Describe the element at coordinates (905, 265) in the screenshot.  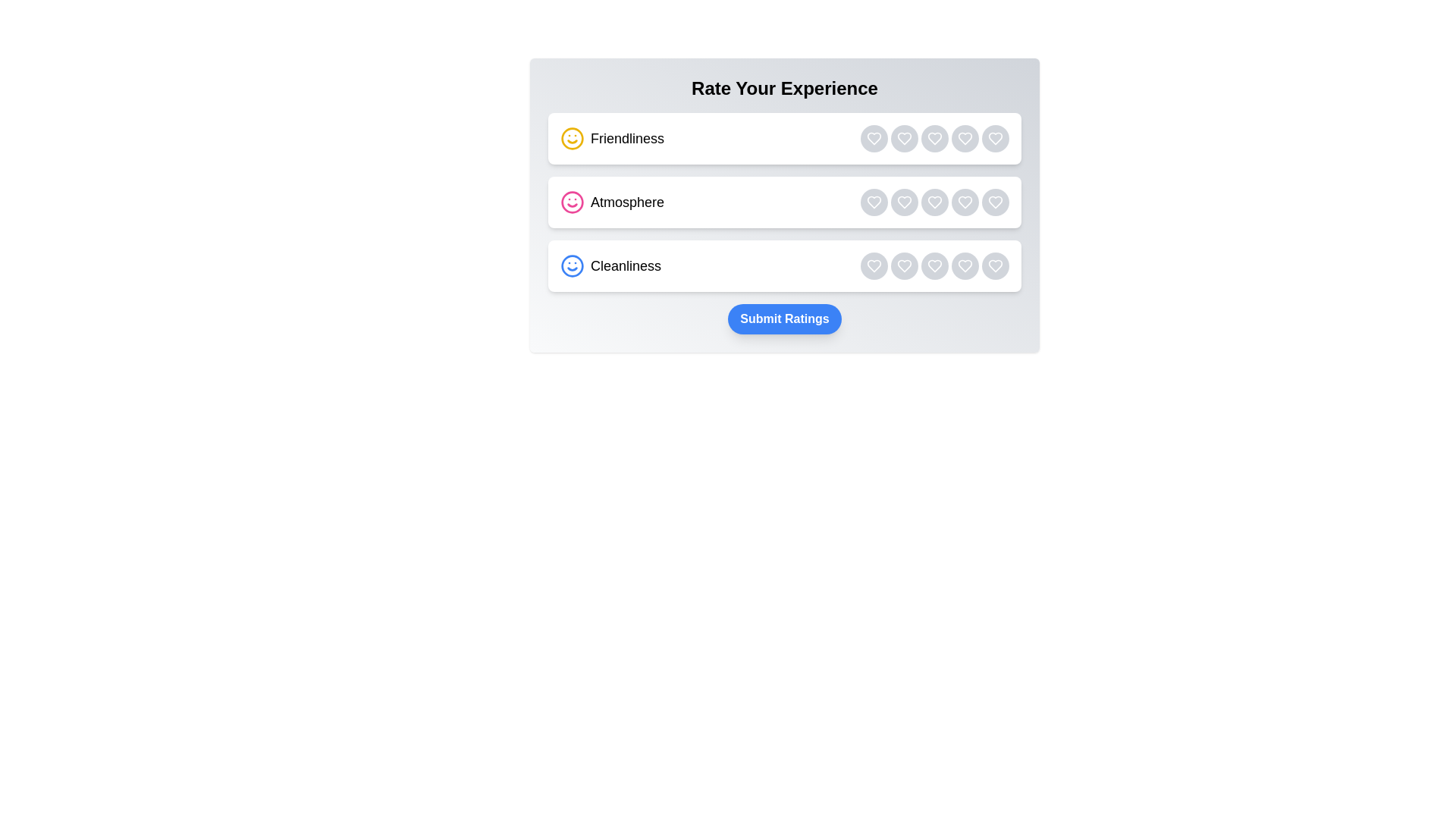
I see `the rating button for category Cleanliness with rating 2` at that location.